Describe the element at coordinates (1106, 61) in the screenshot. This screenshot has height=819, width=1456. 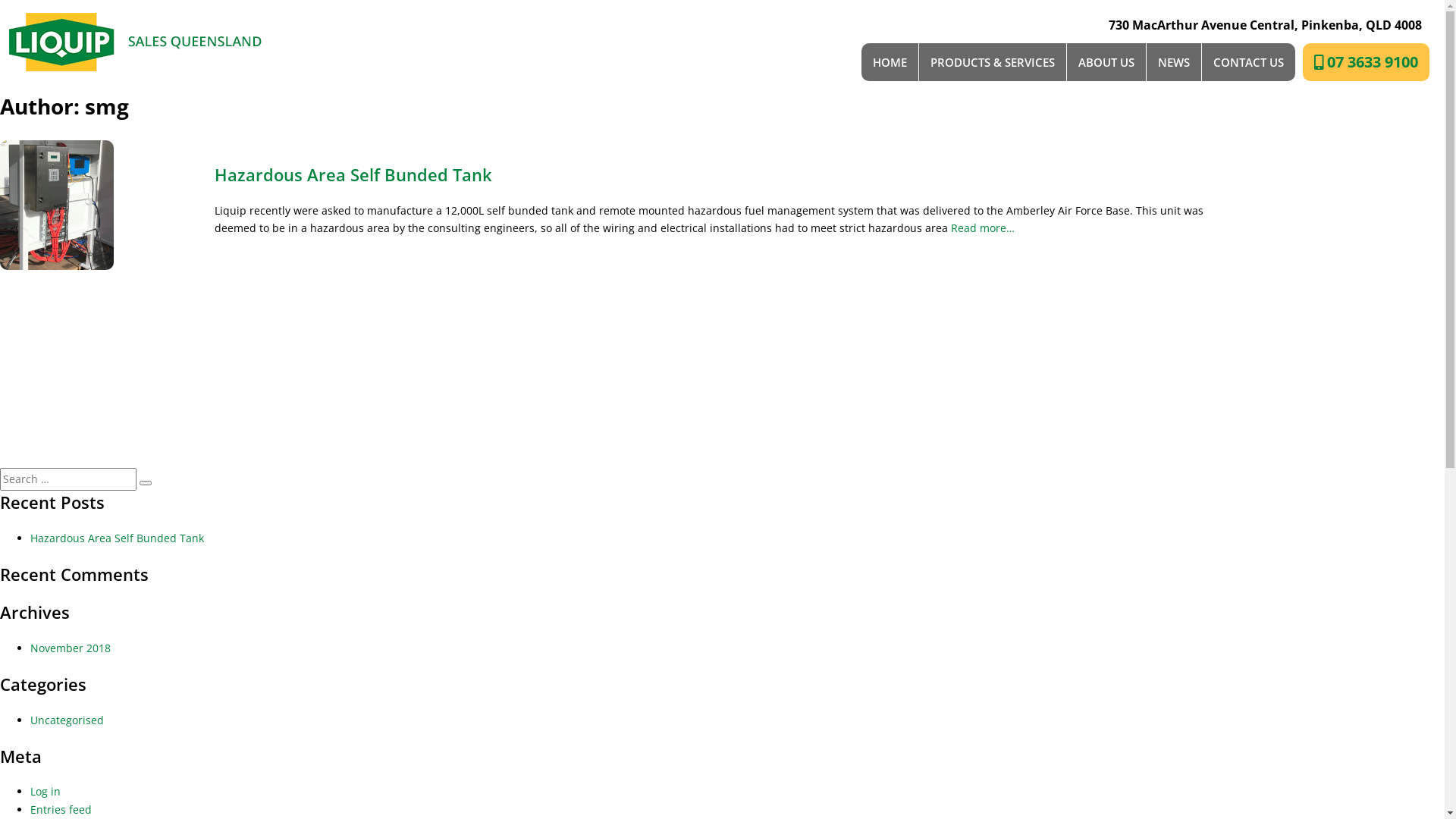
I see `'ABOUT US'` at that location.